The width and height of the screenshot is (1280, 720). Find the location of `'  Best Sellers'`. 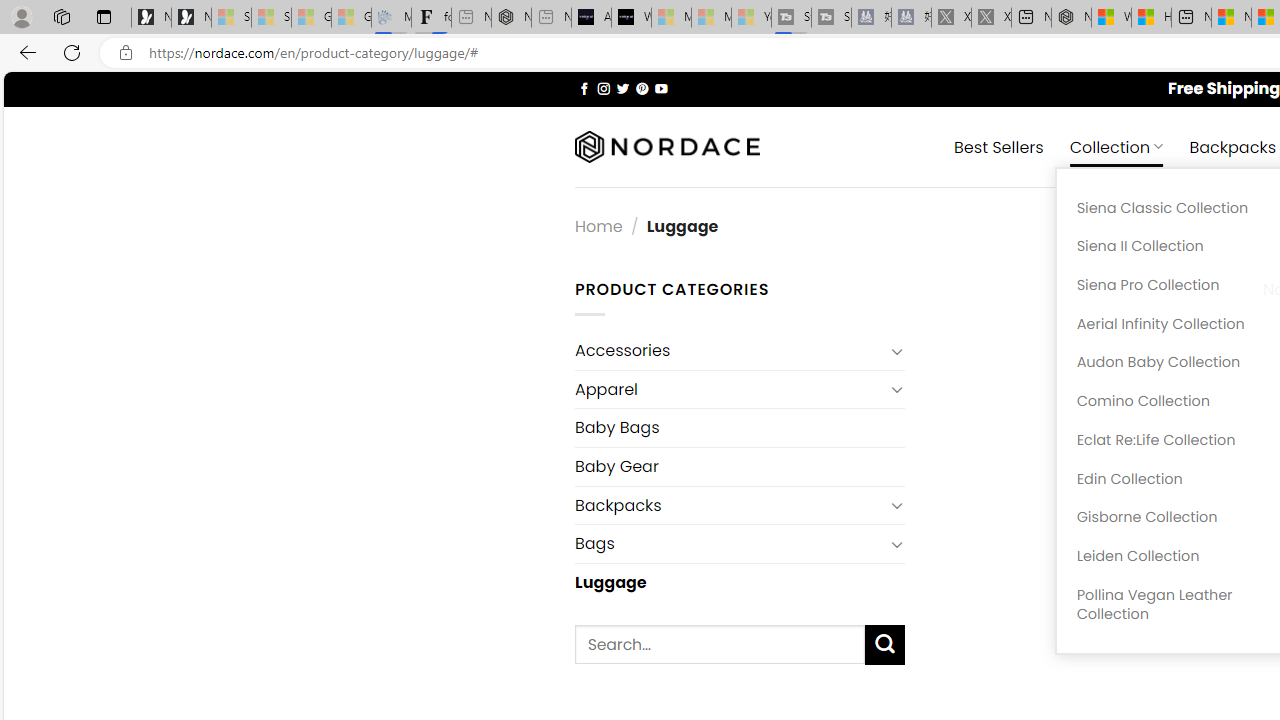

'  Best Sellers' is located at coordinates (999, 145).